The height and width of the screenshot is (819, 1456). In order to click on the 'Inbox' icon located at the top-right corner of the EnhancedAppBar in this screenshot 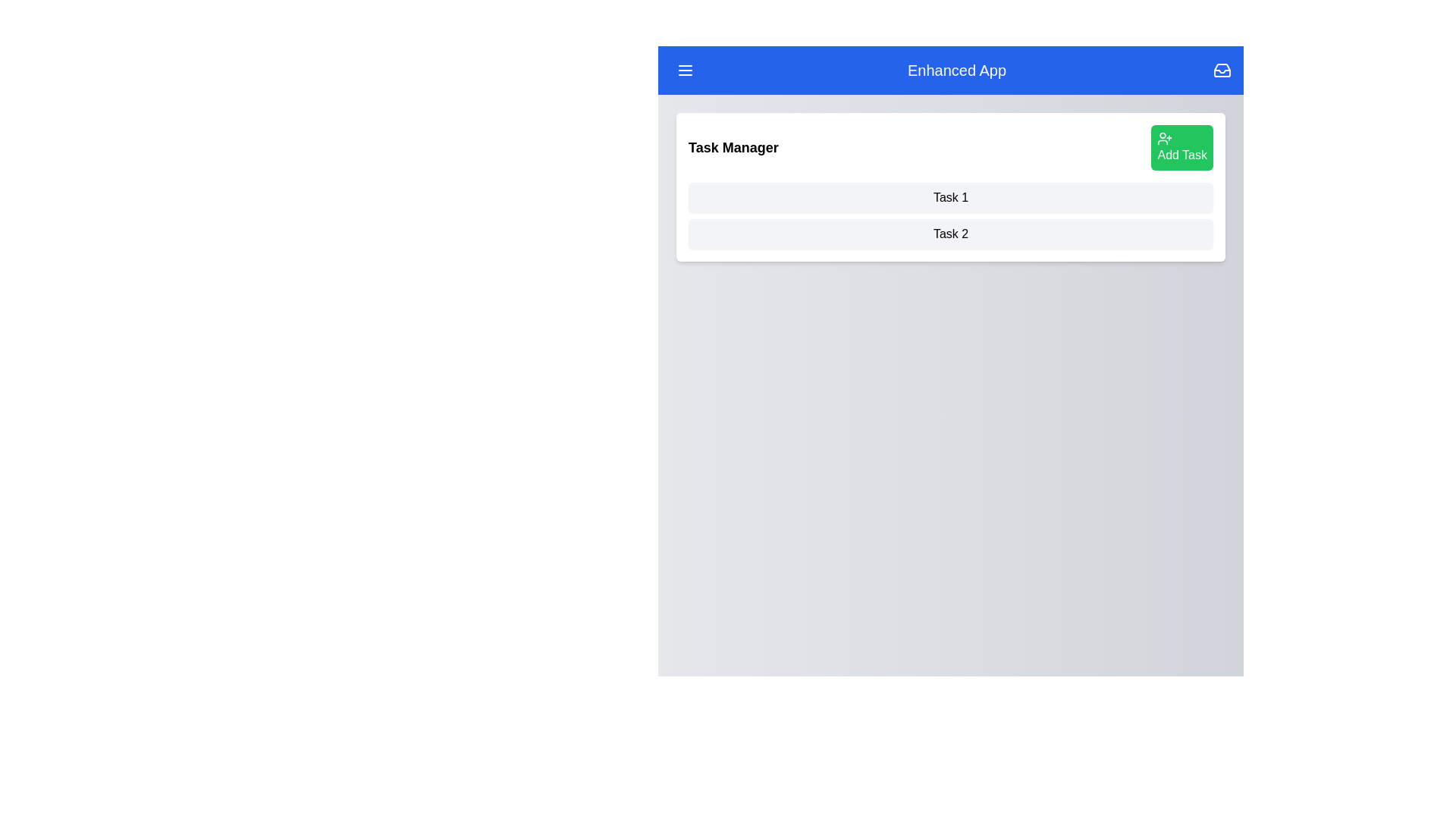, I will do `click(1222, 70)`.